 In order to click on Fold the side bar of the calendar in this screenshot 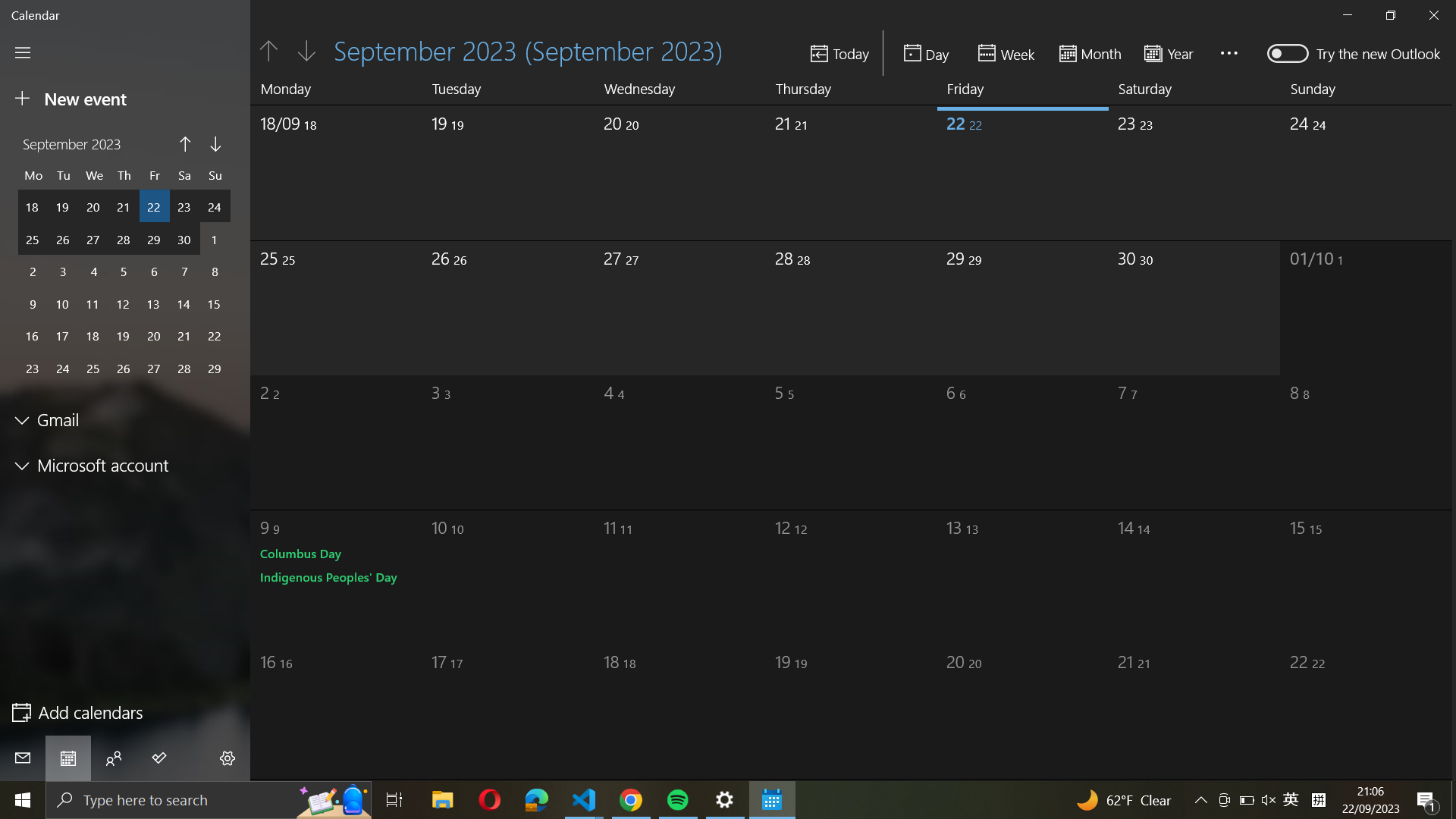, I will do `click(23, 52)`.